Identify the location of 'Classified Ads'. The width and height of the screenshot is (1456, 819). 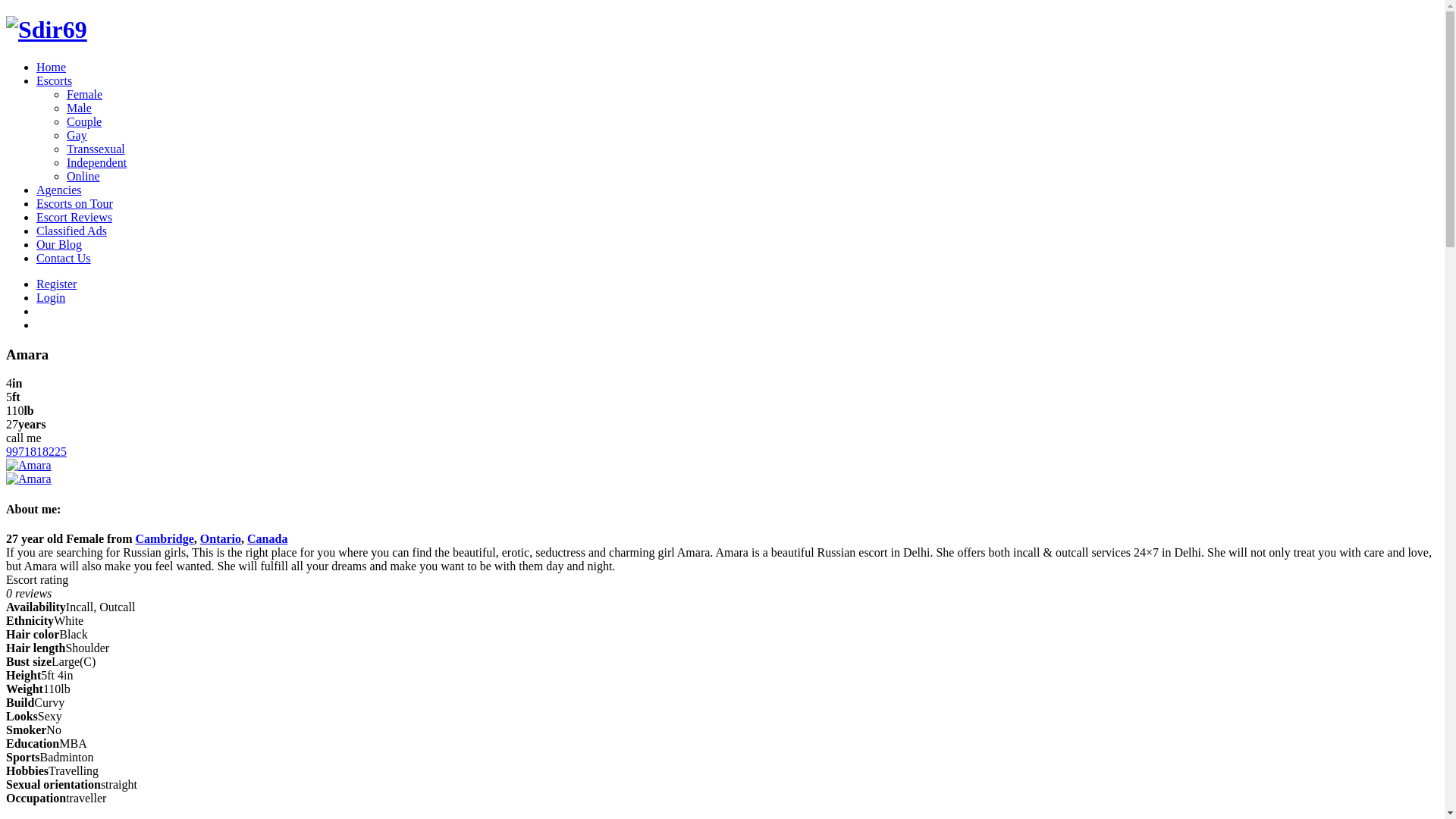
(36, 231).